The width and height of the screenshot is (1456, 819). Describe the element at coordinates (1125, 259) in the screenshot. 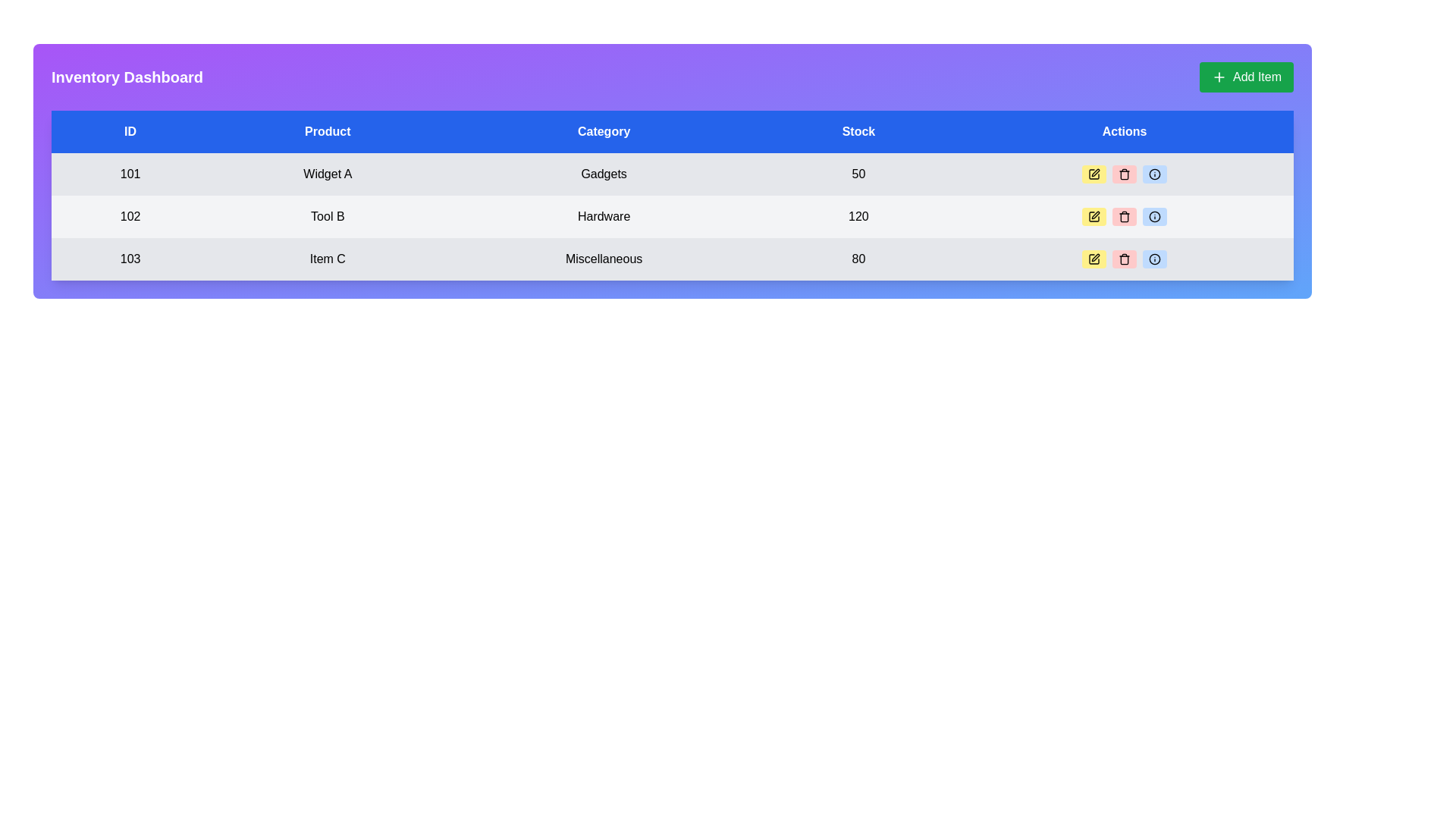

I see `the body of the trash icon located in the 'Actions' column of the data table to enable the delete action` at that location.